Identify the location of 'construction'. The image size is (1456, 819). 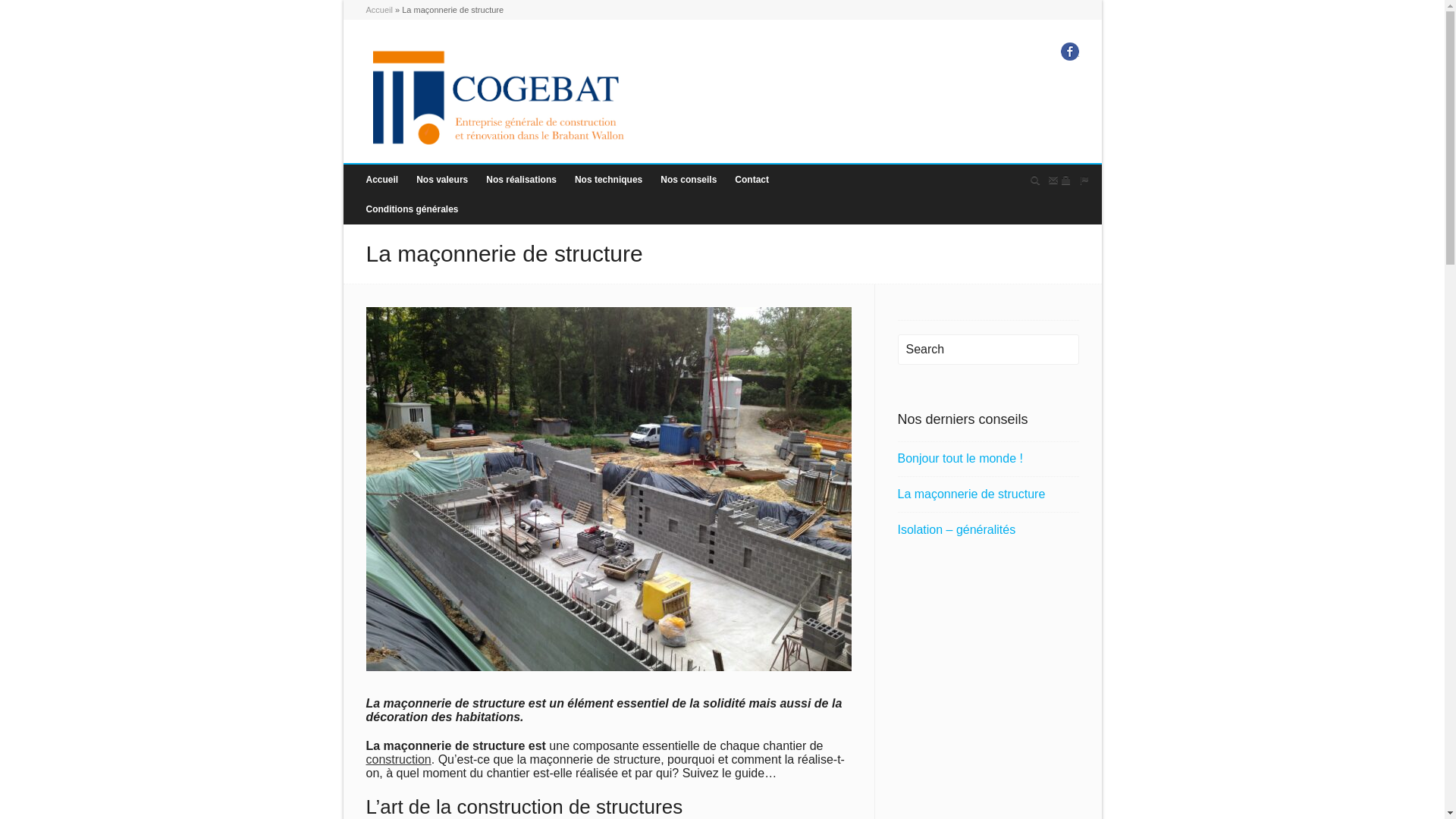
(397, 759).